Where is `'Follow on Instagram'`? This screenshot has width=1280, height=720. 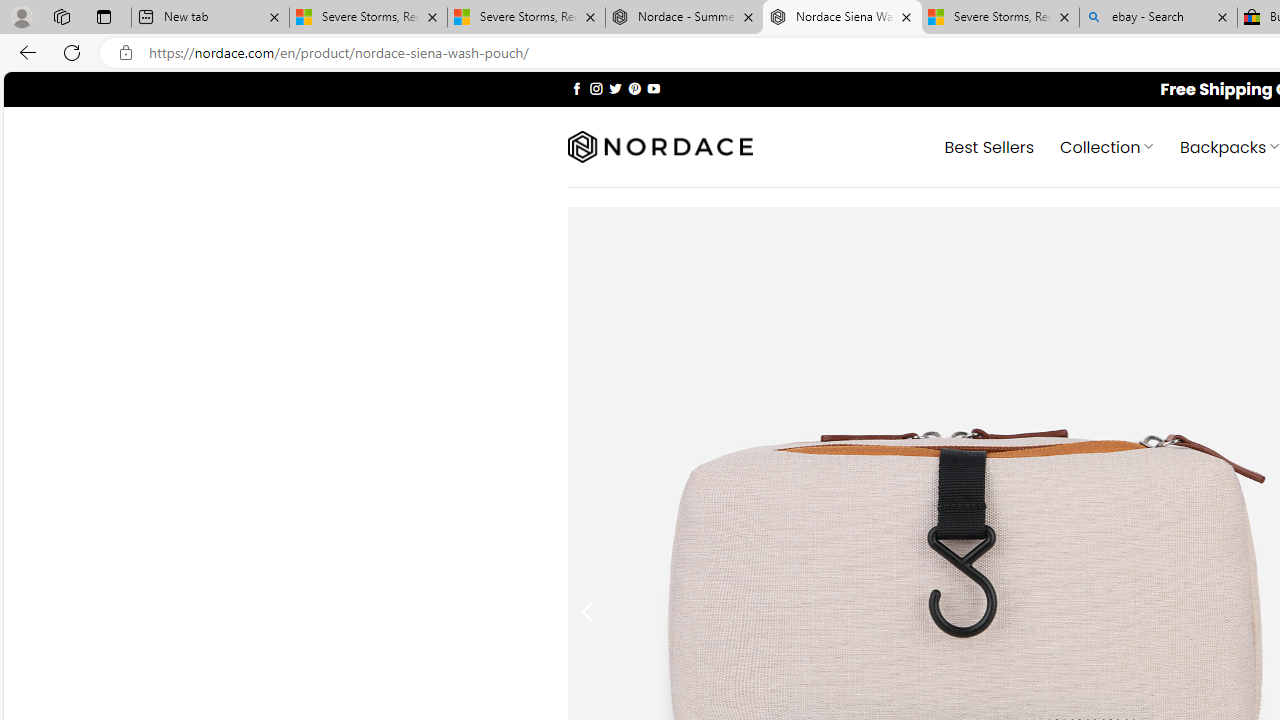
'Follow on Instagram' is located at coordinates (595, 87).